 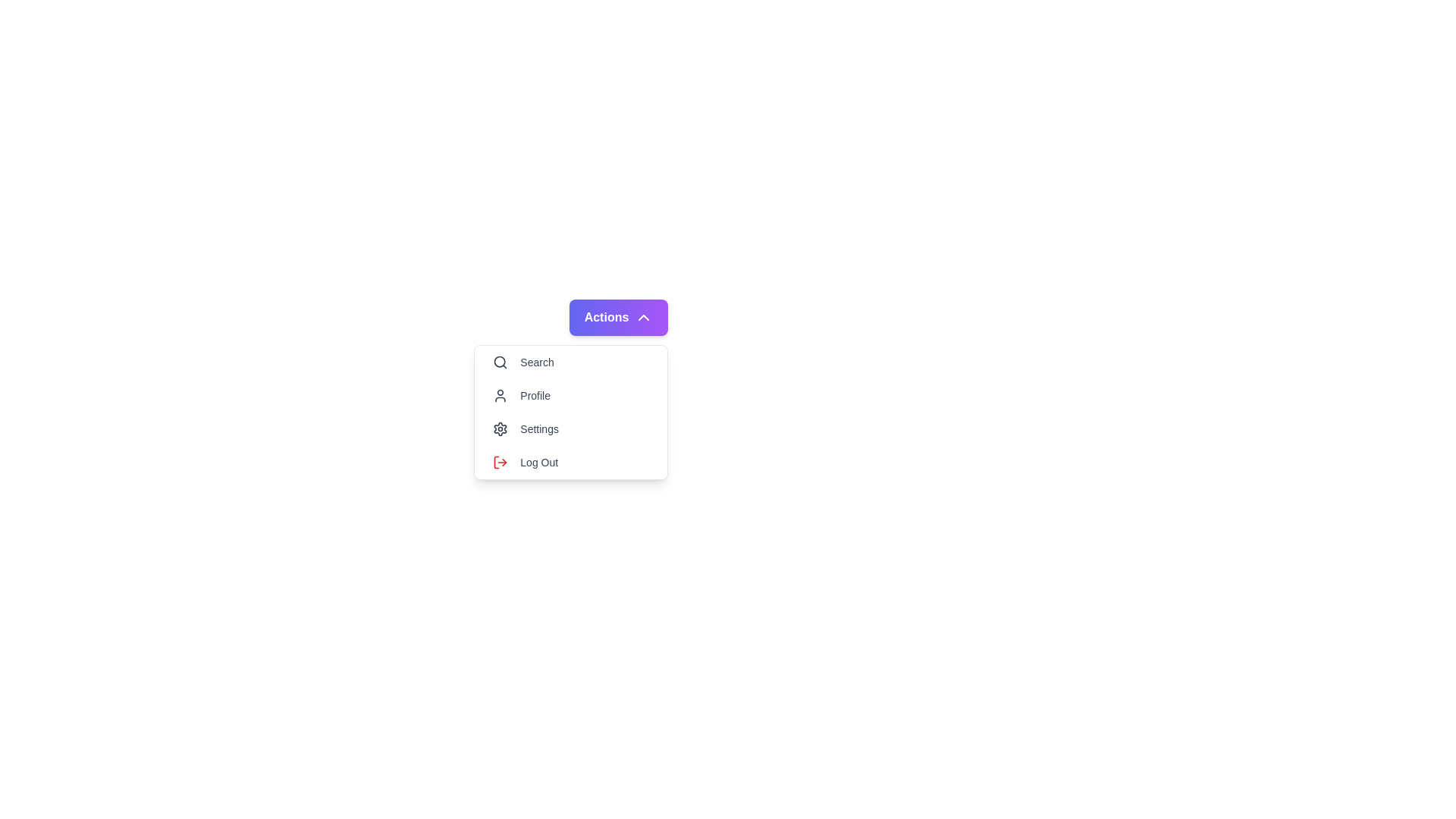 What do you see at coordinates (570, 412) in the screenshot?
I see `the 'Settings' dropdown menu item located in the middle-right of the interface` at bounding box center [570, 412].